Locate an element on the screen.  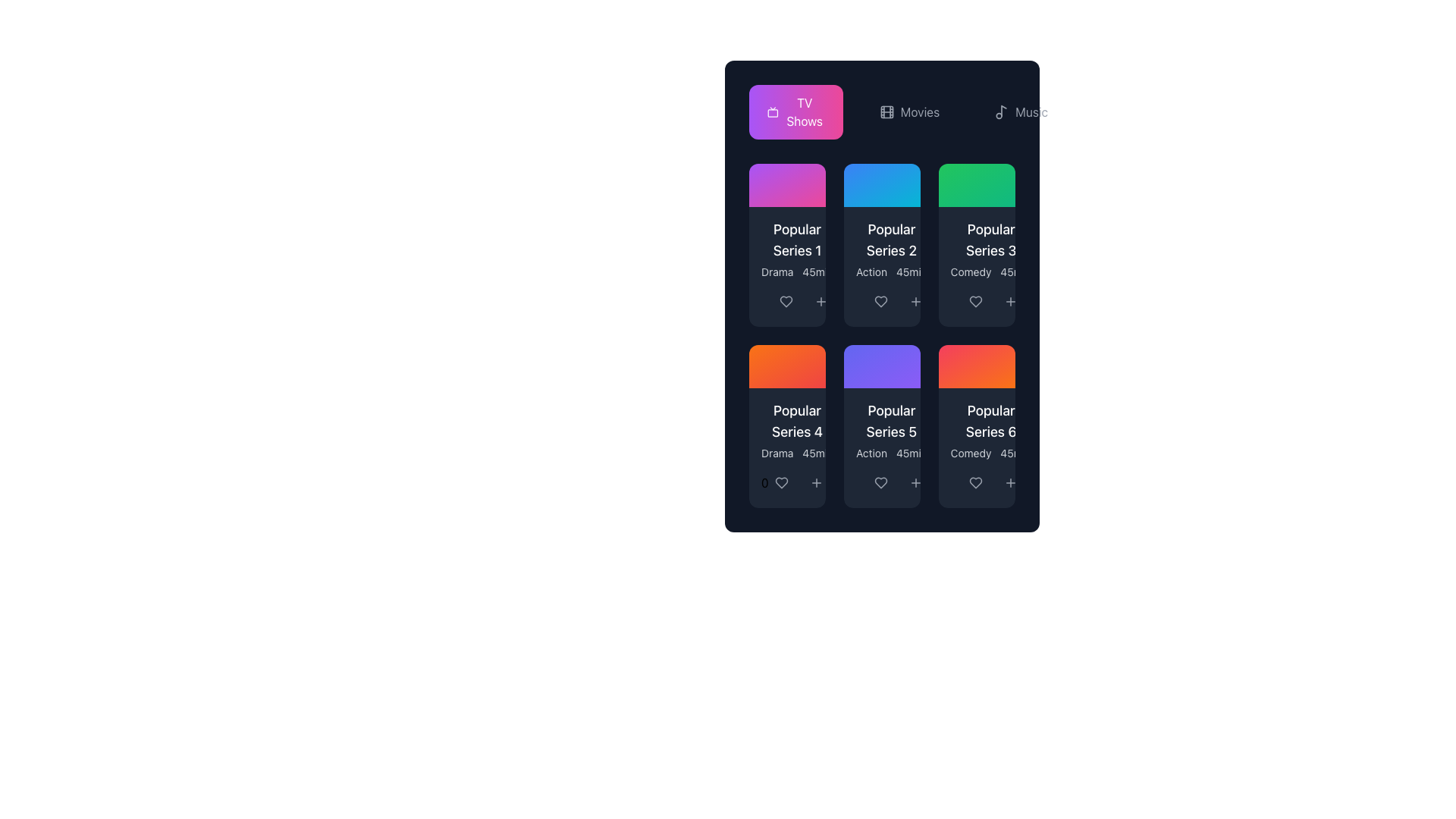
the text label containing 'Popular Series 6', a category descriptor 'Comedy', and the duration '45min', located in the bottom-right corner of the grid structure is located at coordinates (977, 430).